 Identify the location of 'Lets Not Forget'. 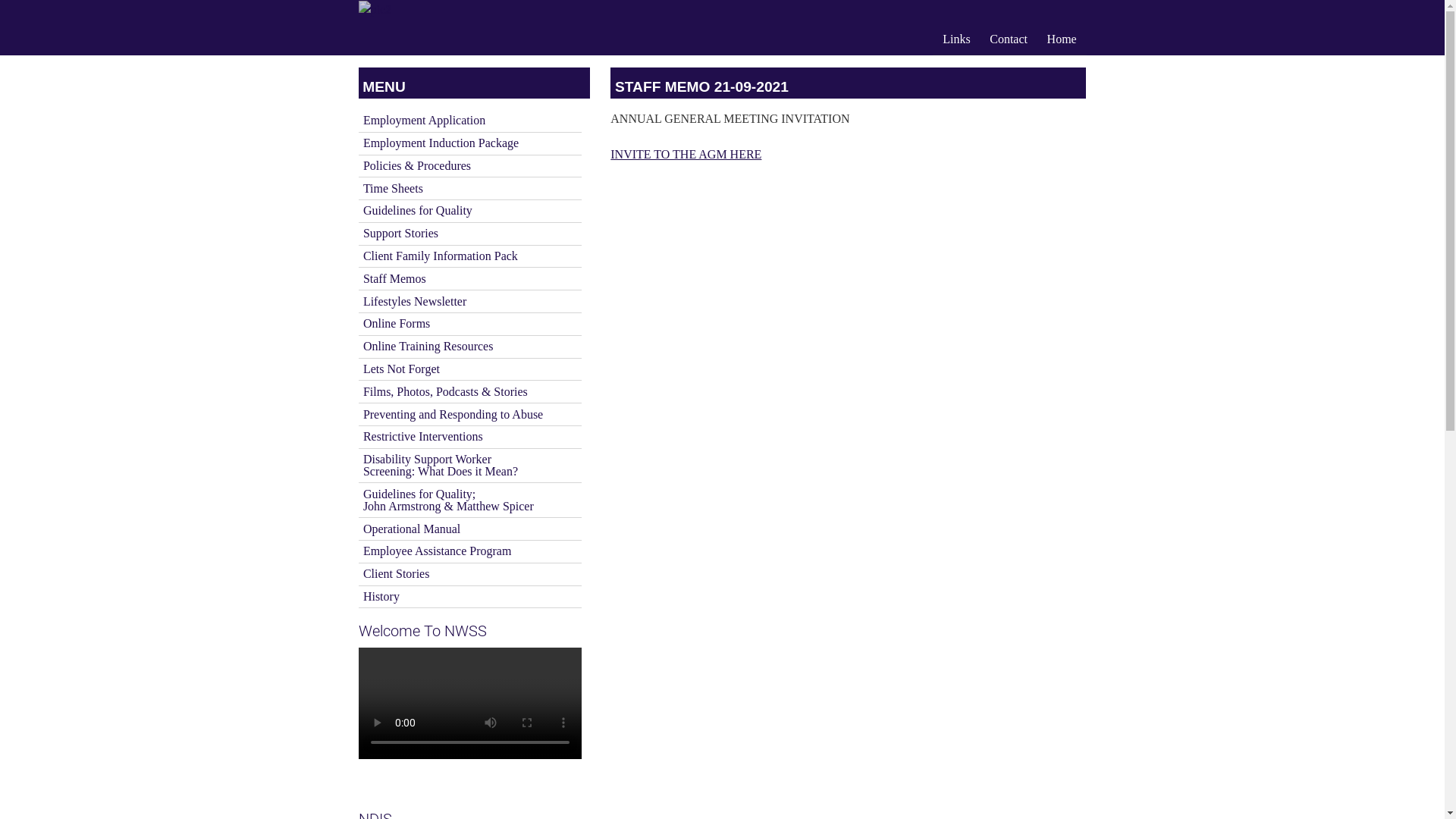
(469, 369).